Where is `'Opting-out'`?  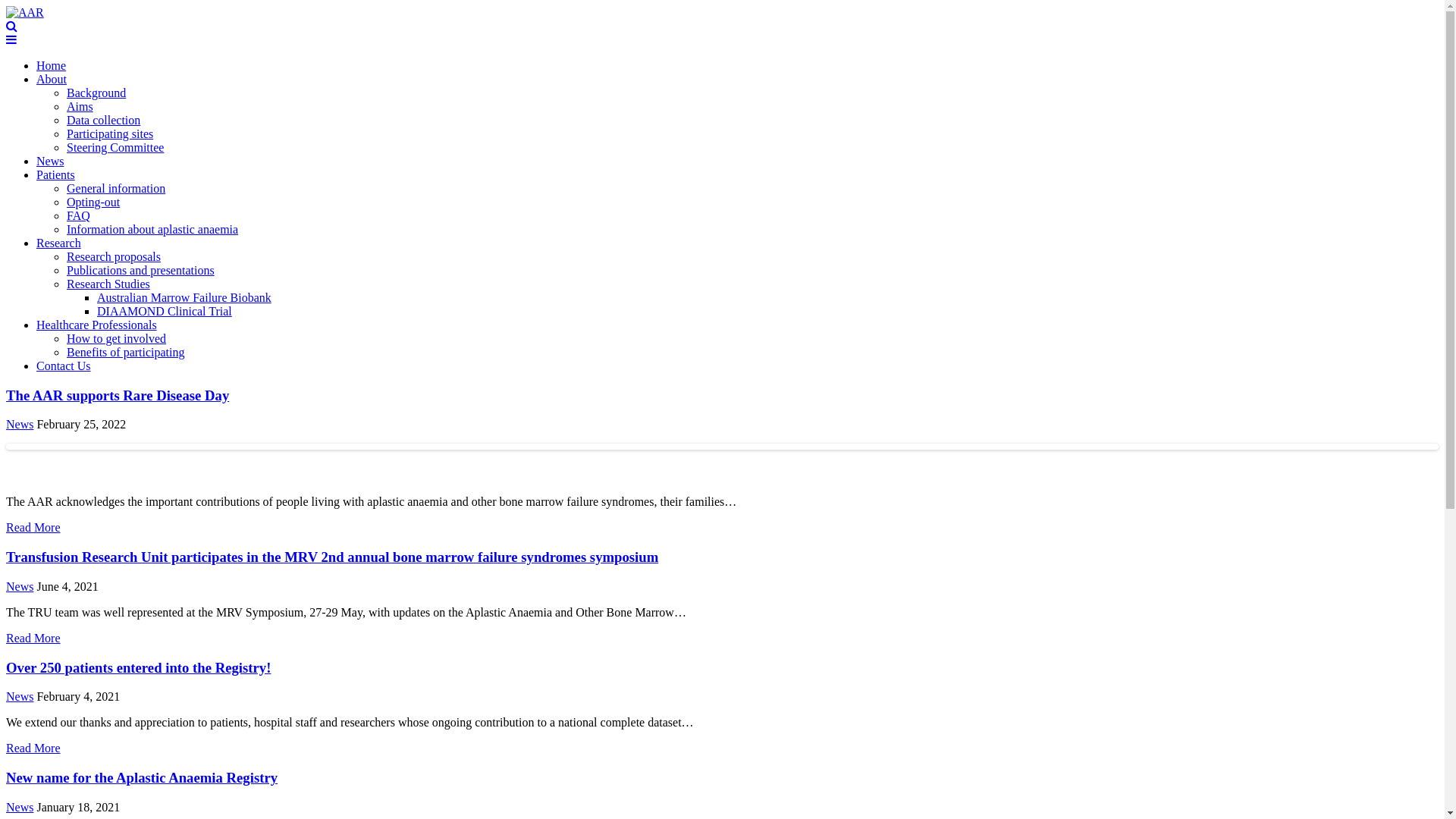 'Opting-out' is located at coordinates (93, 201).